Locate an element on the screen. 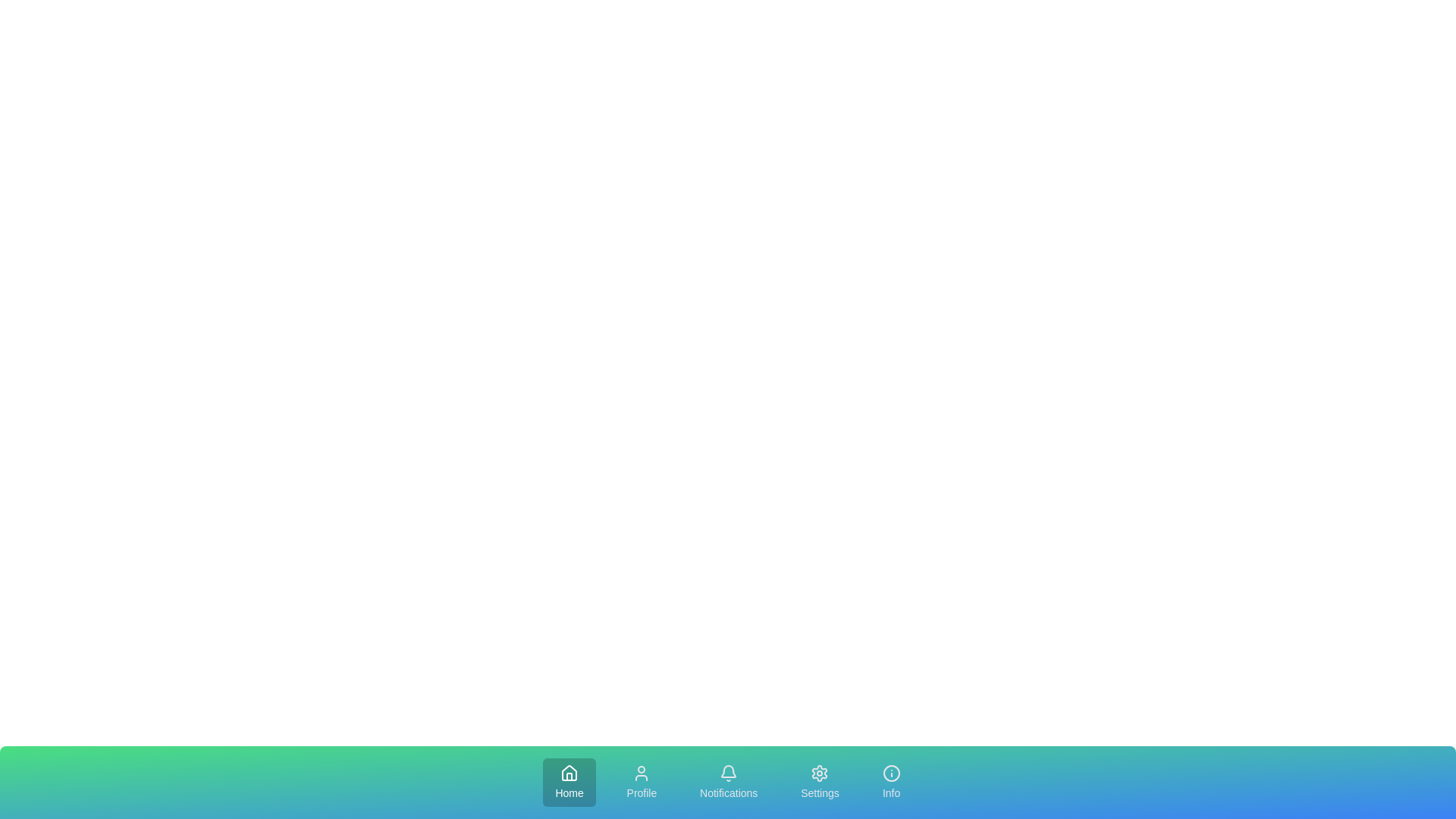 The image size is (1456, 819). the Notifications tab in the bottom navigation bar is located at coordinates (729, 783).